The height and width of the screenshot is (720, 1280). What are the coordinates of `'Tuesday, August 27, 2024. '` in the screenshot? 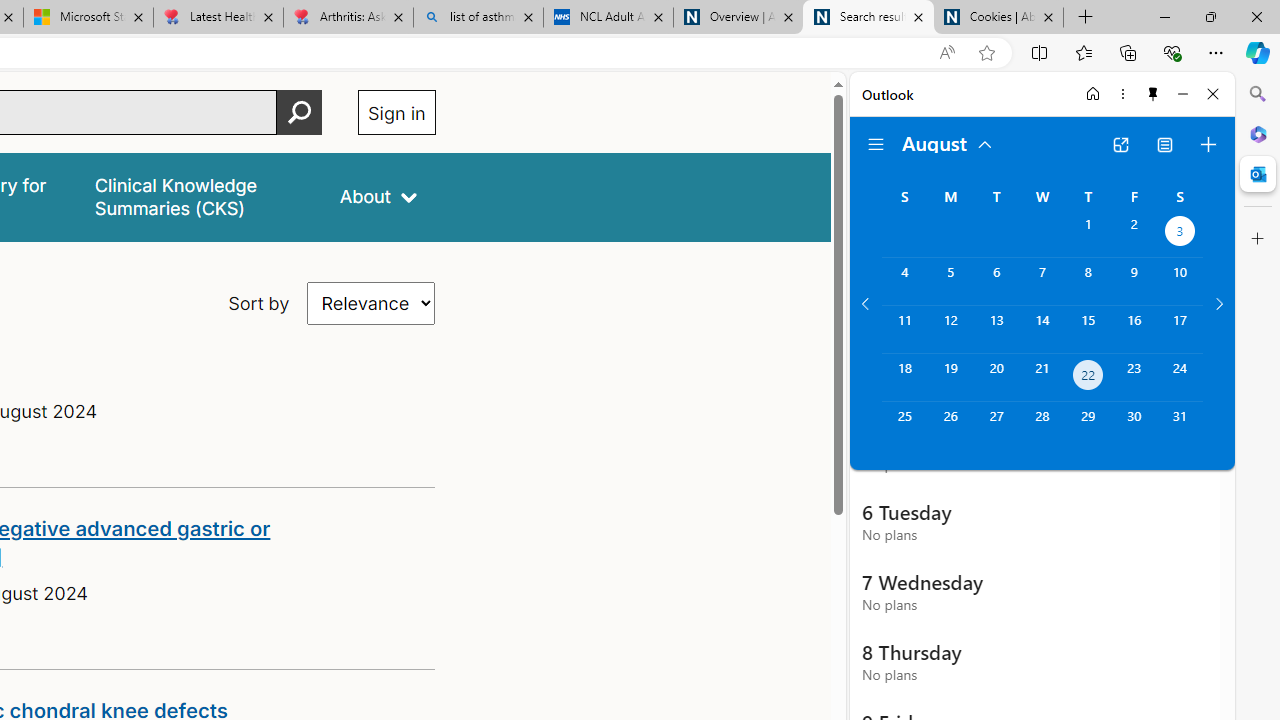 It's located at (996, 424).